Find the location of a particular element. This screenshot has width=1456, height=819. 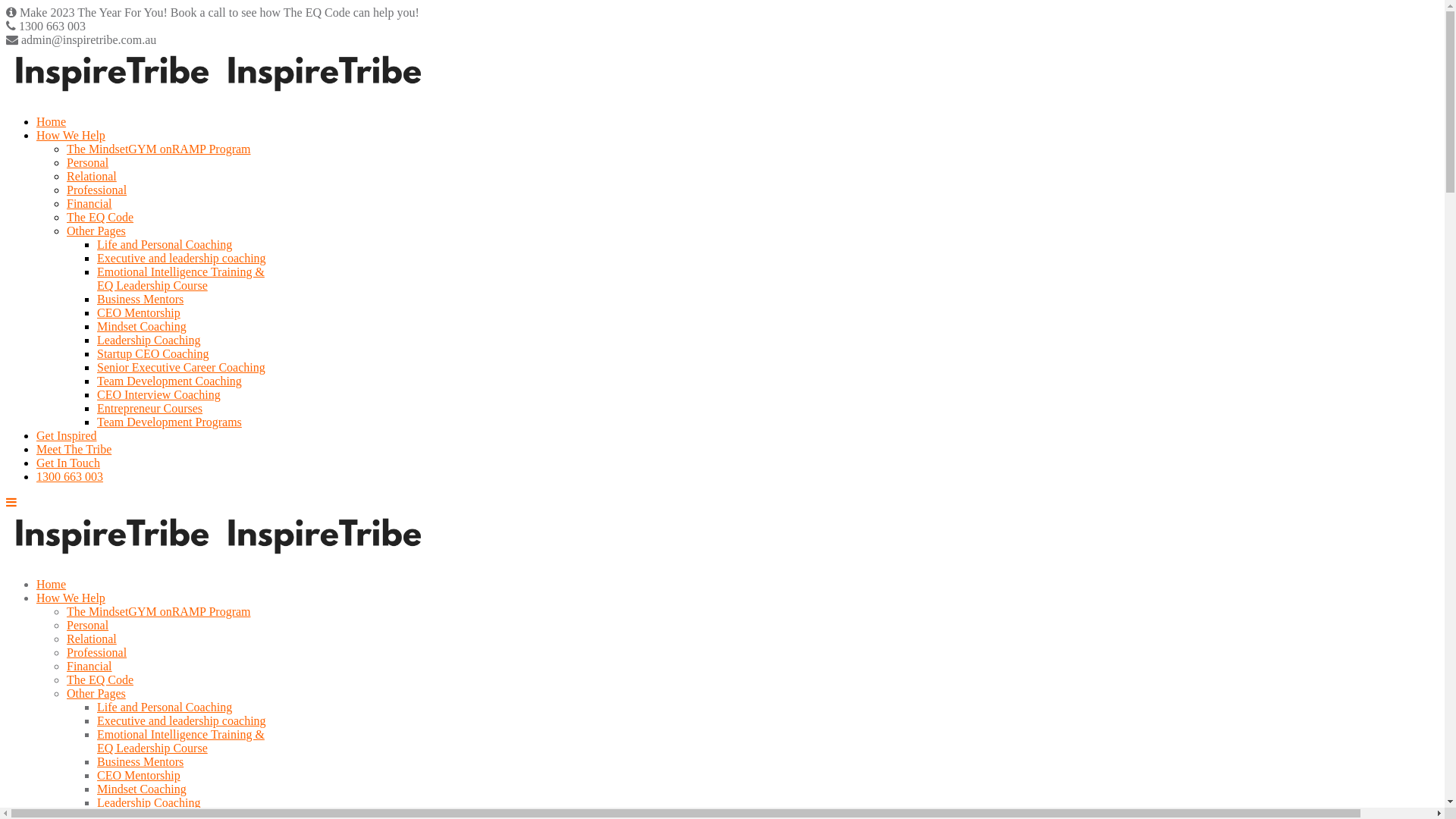

'Emotional Intelligence Training & is located at coordinates (180, 278).